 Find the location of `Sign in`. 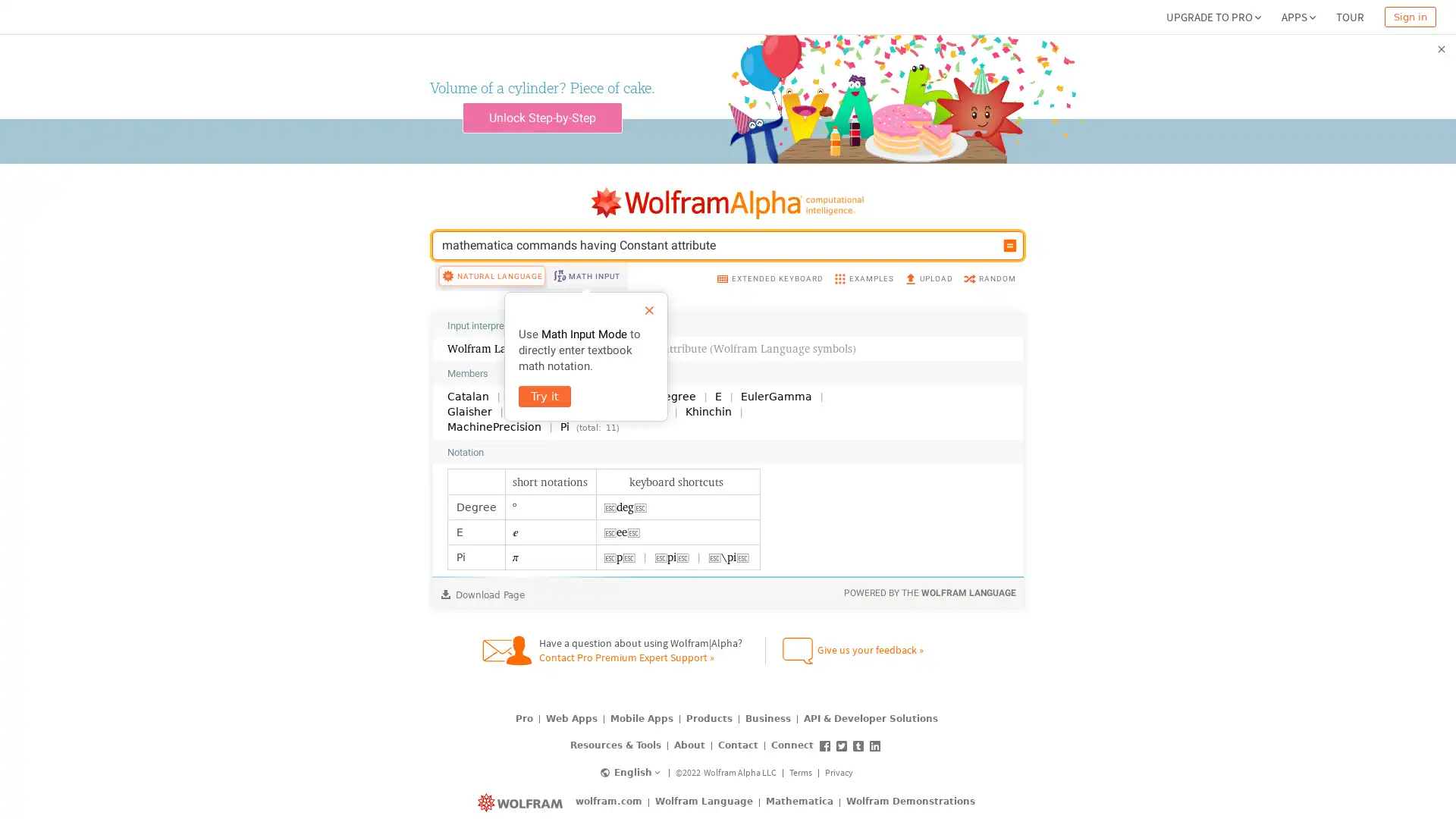

Sign in is located at coordinates (1410, 17).